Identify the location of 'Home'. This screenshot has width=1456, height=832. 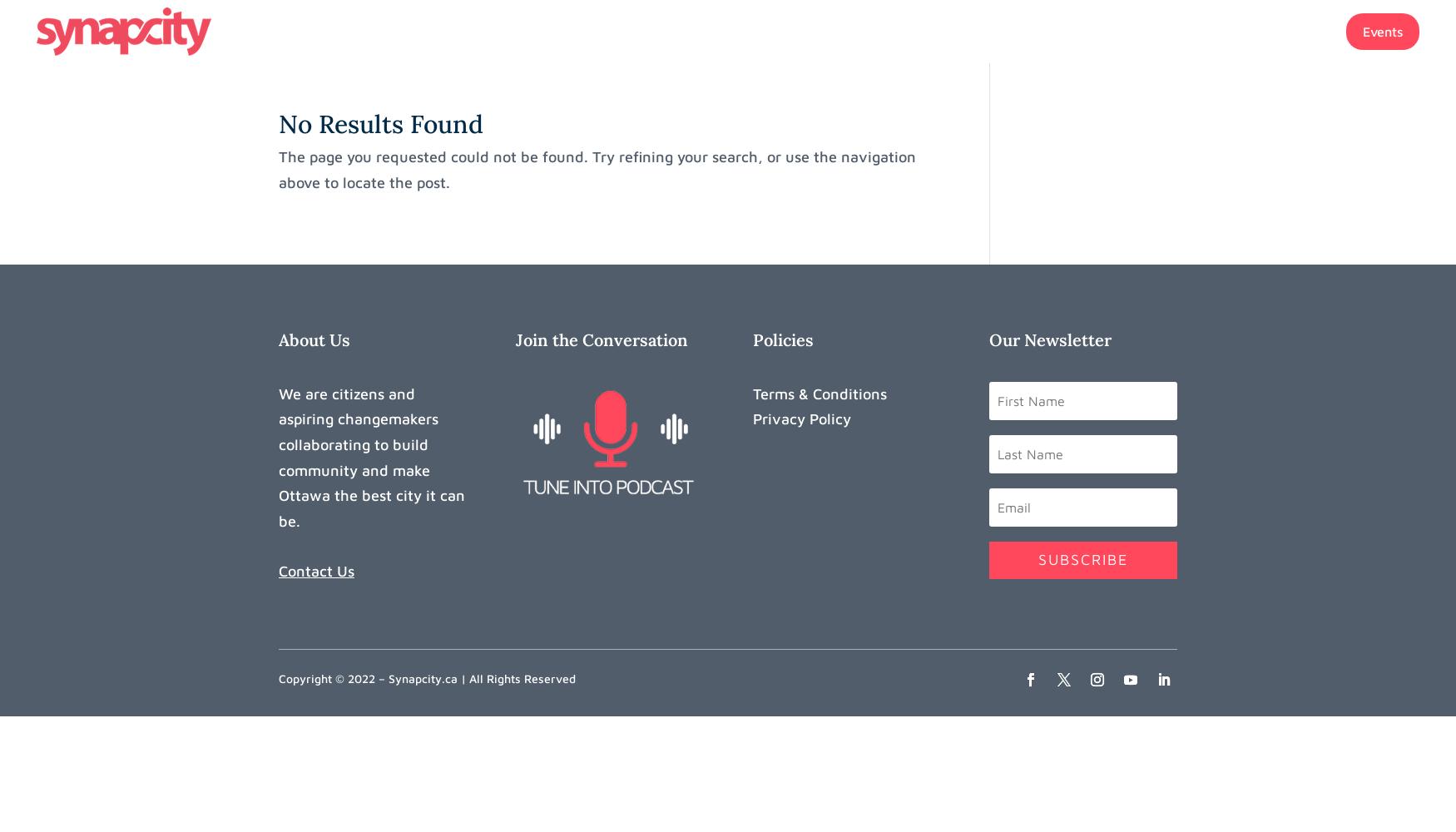
(919, 32).